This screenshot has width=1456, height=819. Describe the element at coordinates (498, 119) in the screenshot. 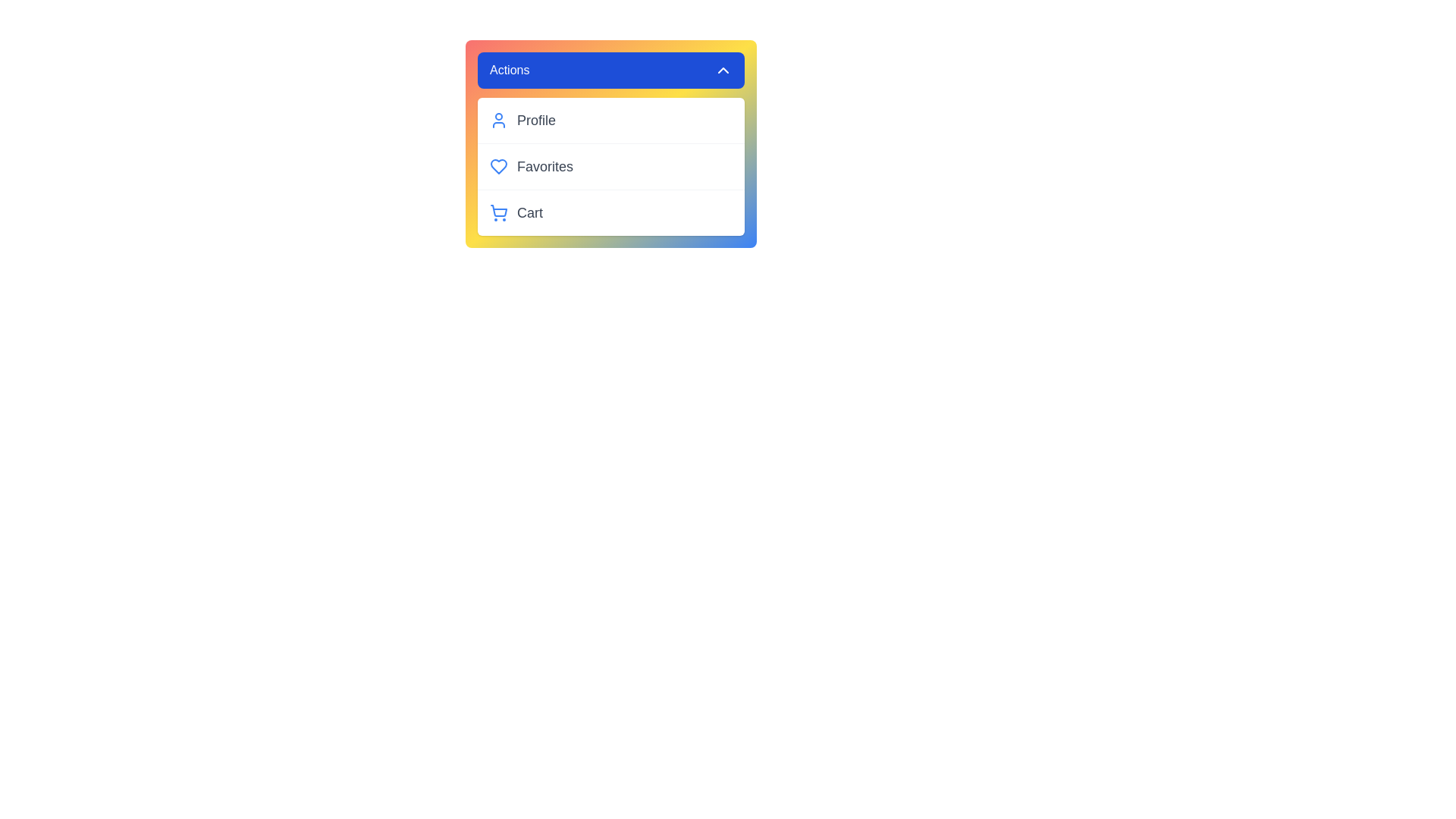

I see `the blue-styled user profile icon located at the left end of the 'Profile' section within the dropdown menu` at that location.